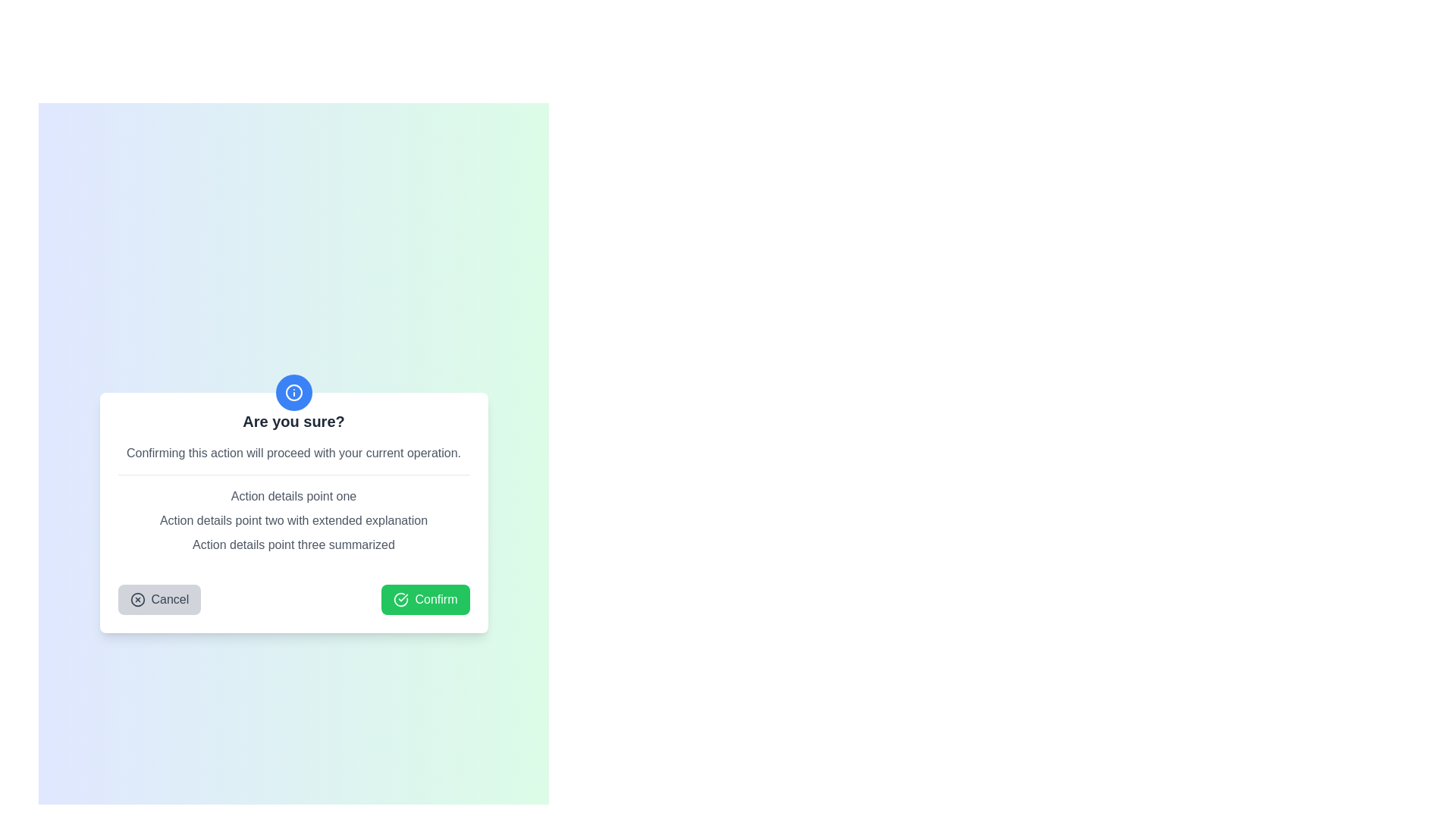 The width and height of the screenshot is (1456, 819). What do you see at coordinates (425, 598) in the screenshot?
I see `the 'Confirm' button located at the bottom right of the dialog box to proceed with the intended operation` at bounding box center [425, 598].